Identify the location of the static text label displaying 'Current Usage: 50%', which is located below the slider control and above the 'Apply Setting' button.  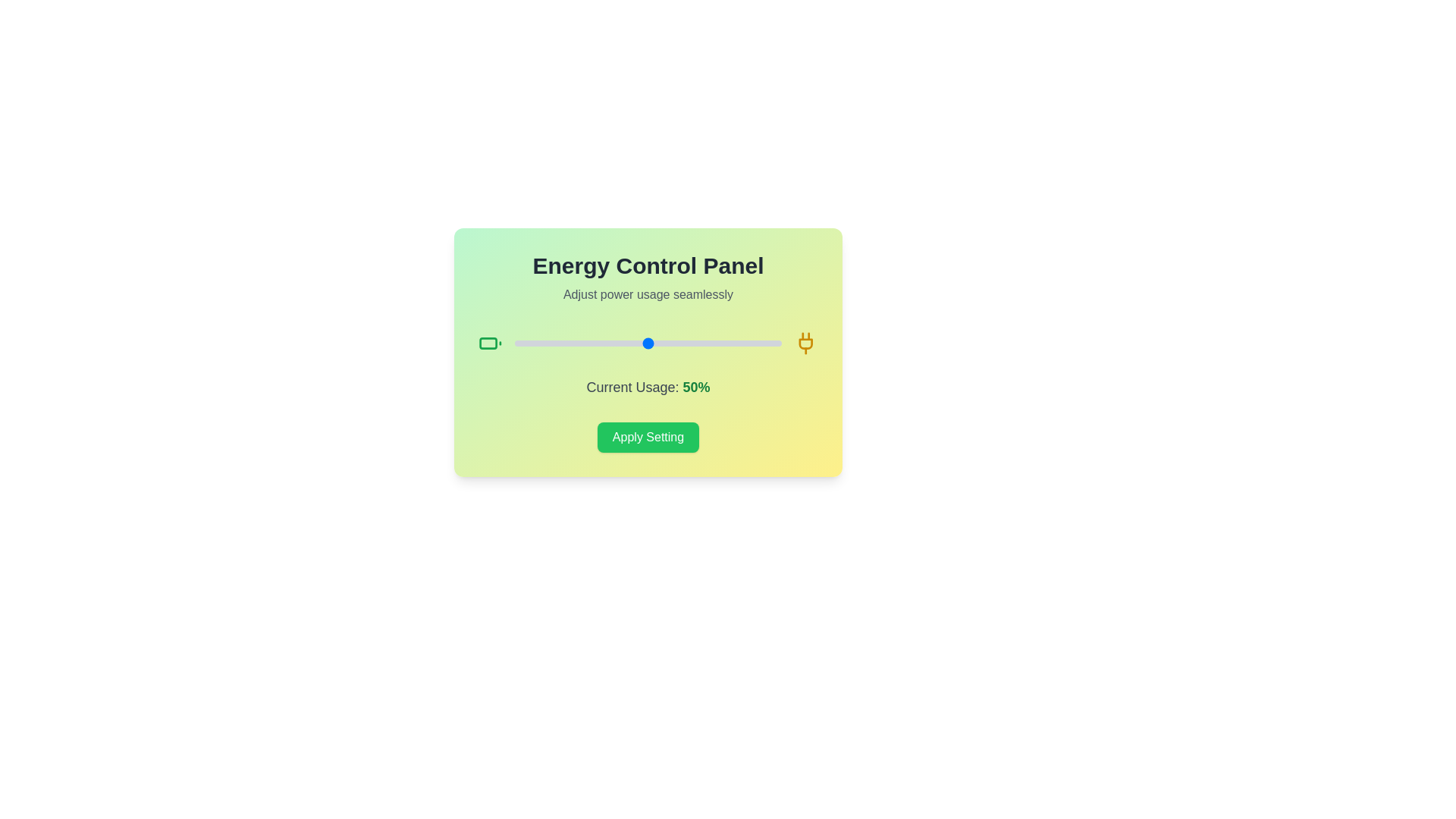
(648, 386).